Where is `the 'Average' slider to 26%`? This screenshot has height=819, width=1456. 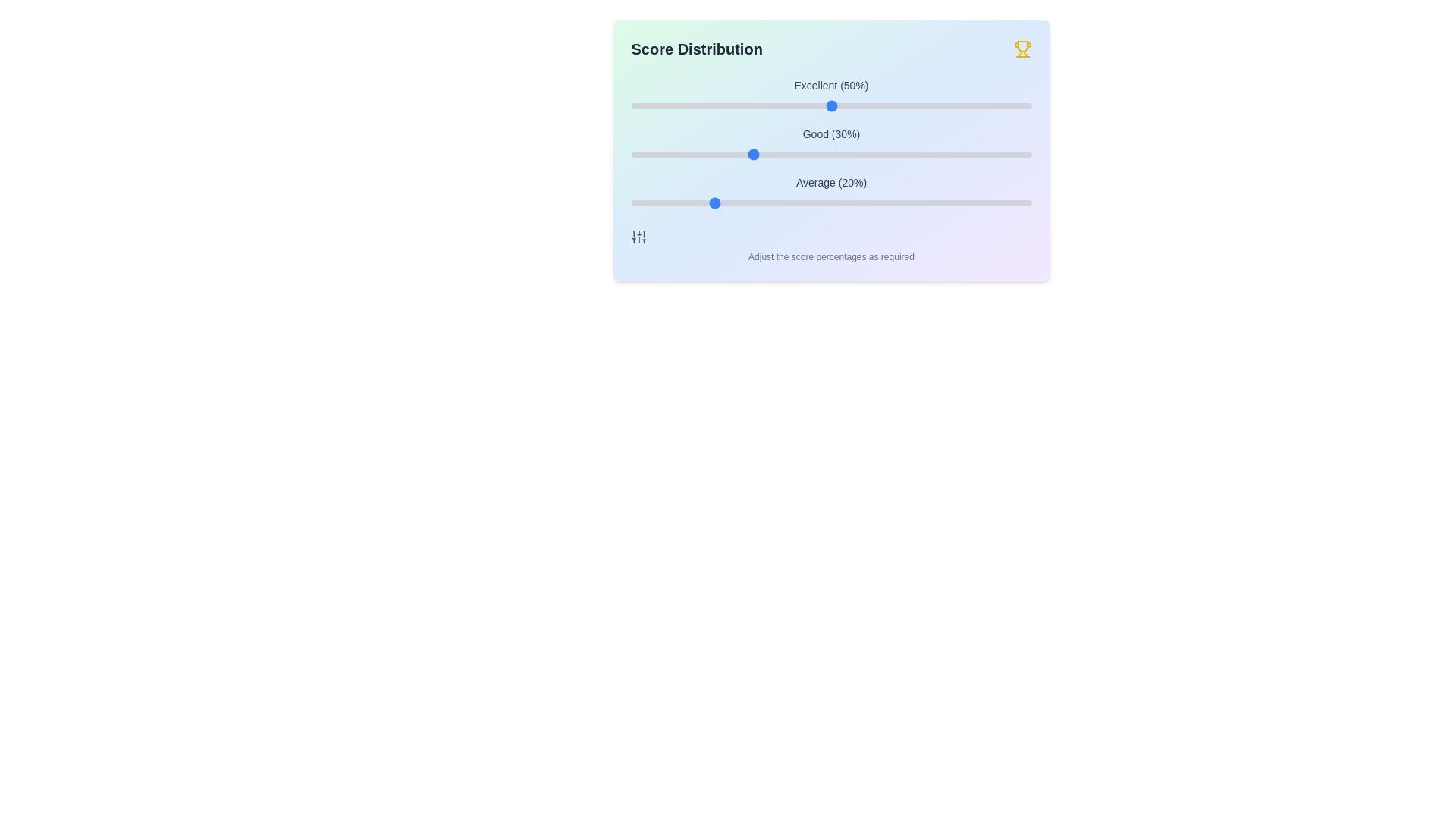
the 'Average' slider to 26% is located at coordinates (735, 202).